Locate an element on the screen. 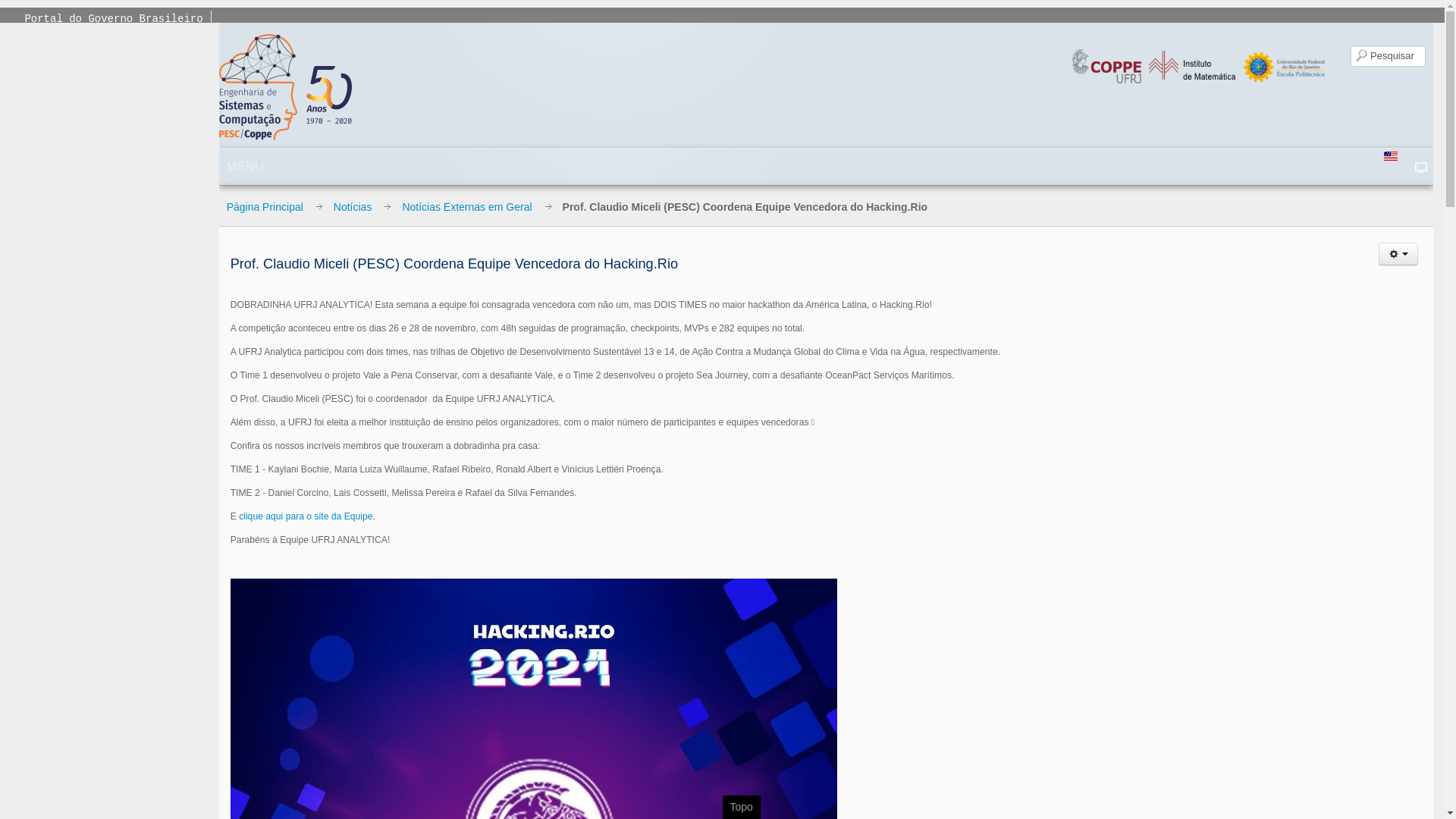 This screenshot has height=819, width=1456. 'English version' is located at coordinates (1390, 155).